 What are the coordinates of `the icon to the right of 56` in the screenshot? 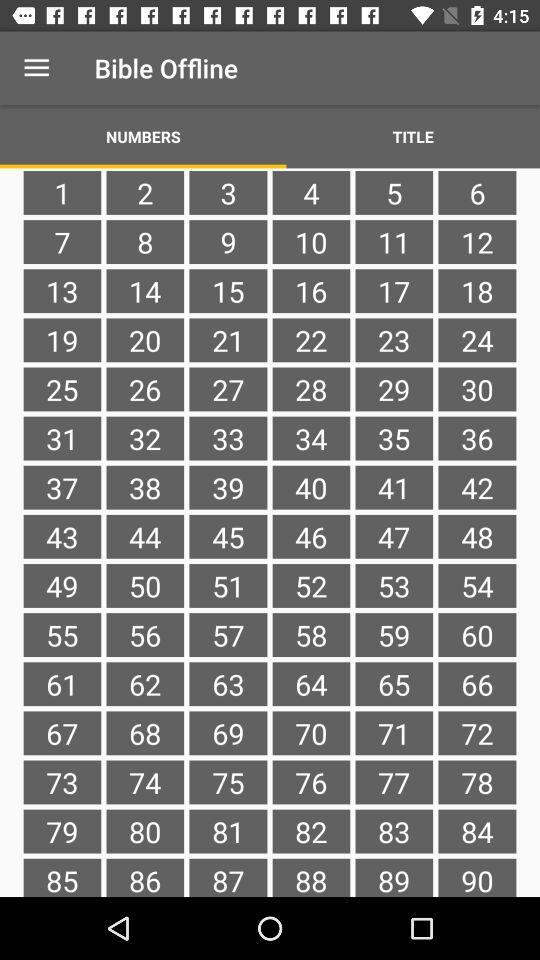 It's located at (227, 684).